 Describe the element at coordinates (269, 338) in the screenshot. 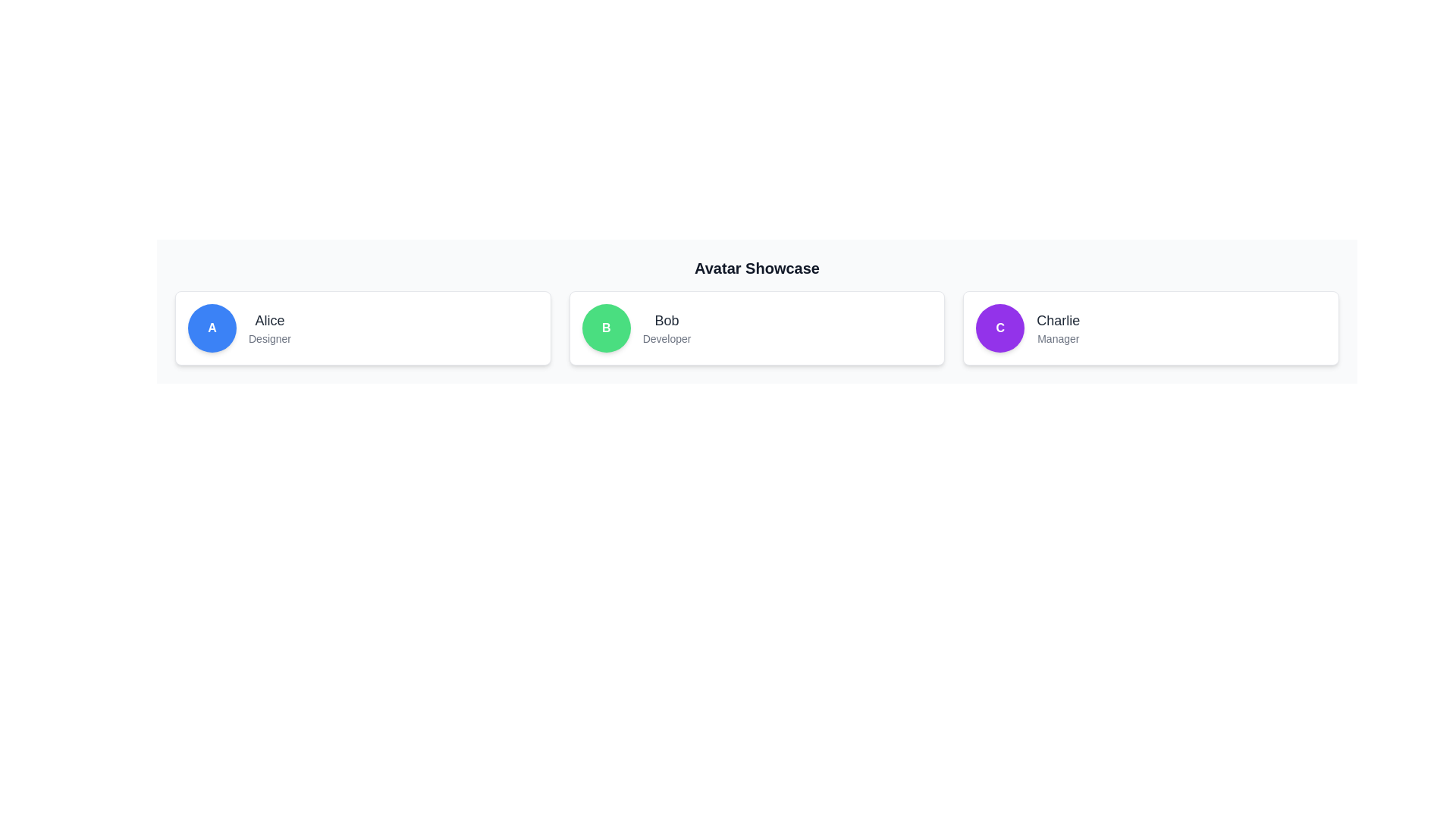

I see `the text label displaying 'Designer' located under the name label 'Alice' in the card for 'Alice'` at that location.